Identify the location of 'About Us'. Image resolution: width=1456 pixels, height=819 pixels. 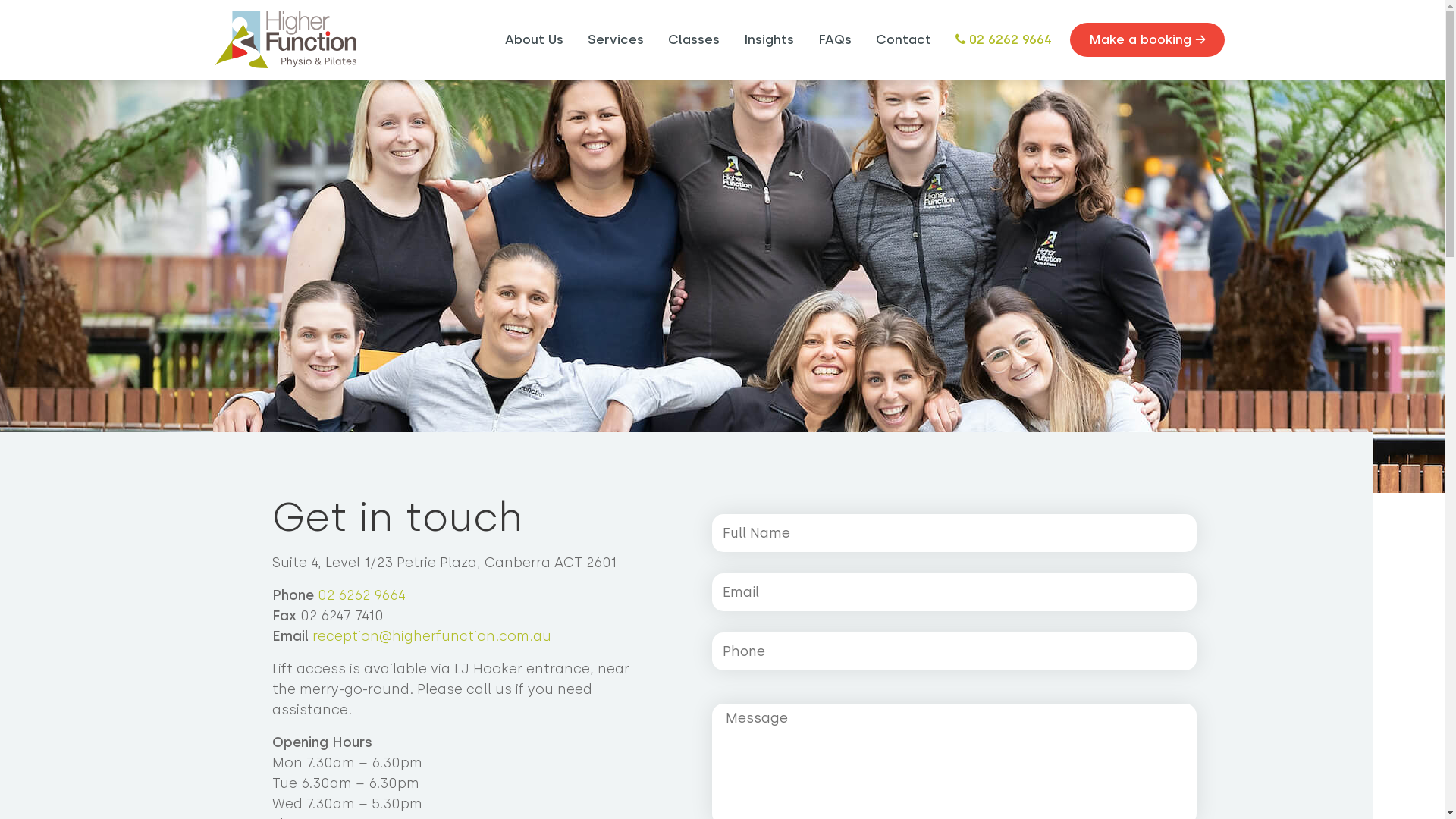
(534, 39).